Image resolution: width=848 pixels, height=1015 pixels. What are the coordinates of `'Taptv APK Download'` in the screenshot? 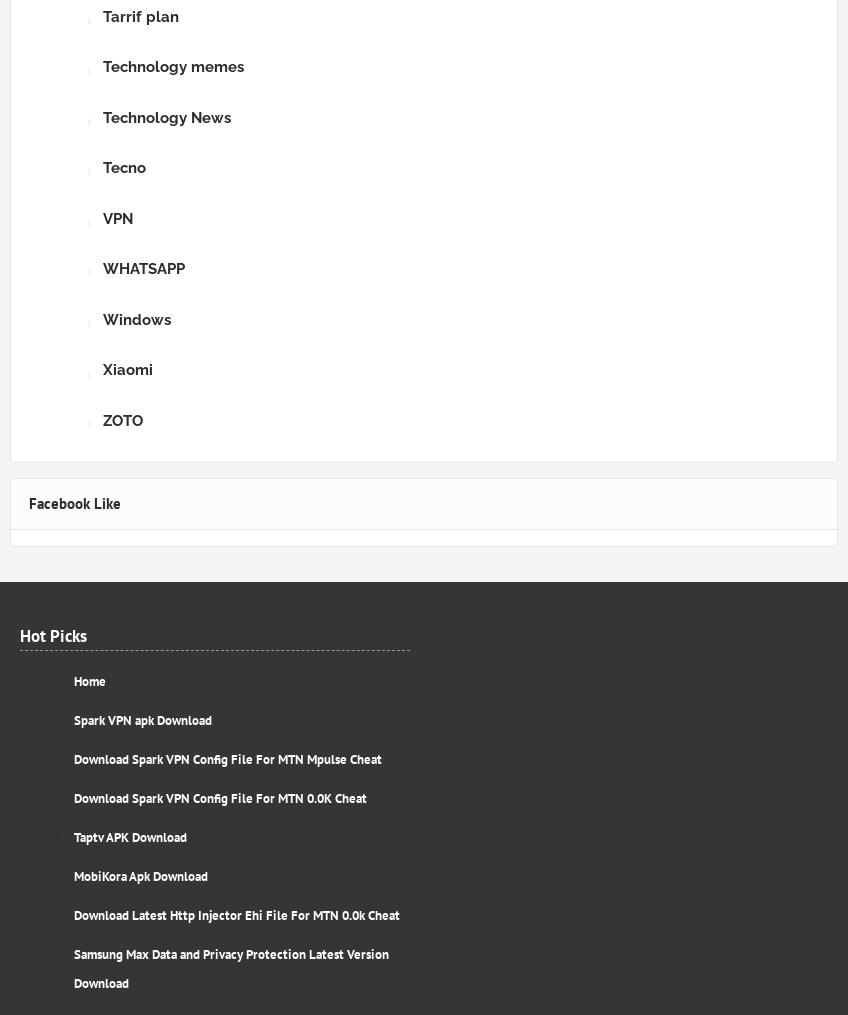 It's located at (129, 836).